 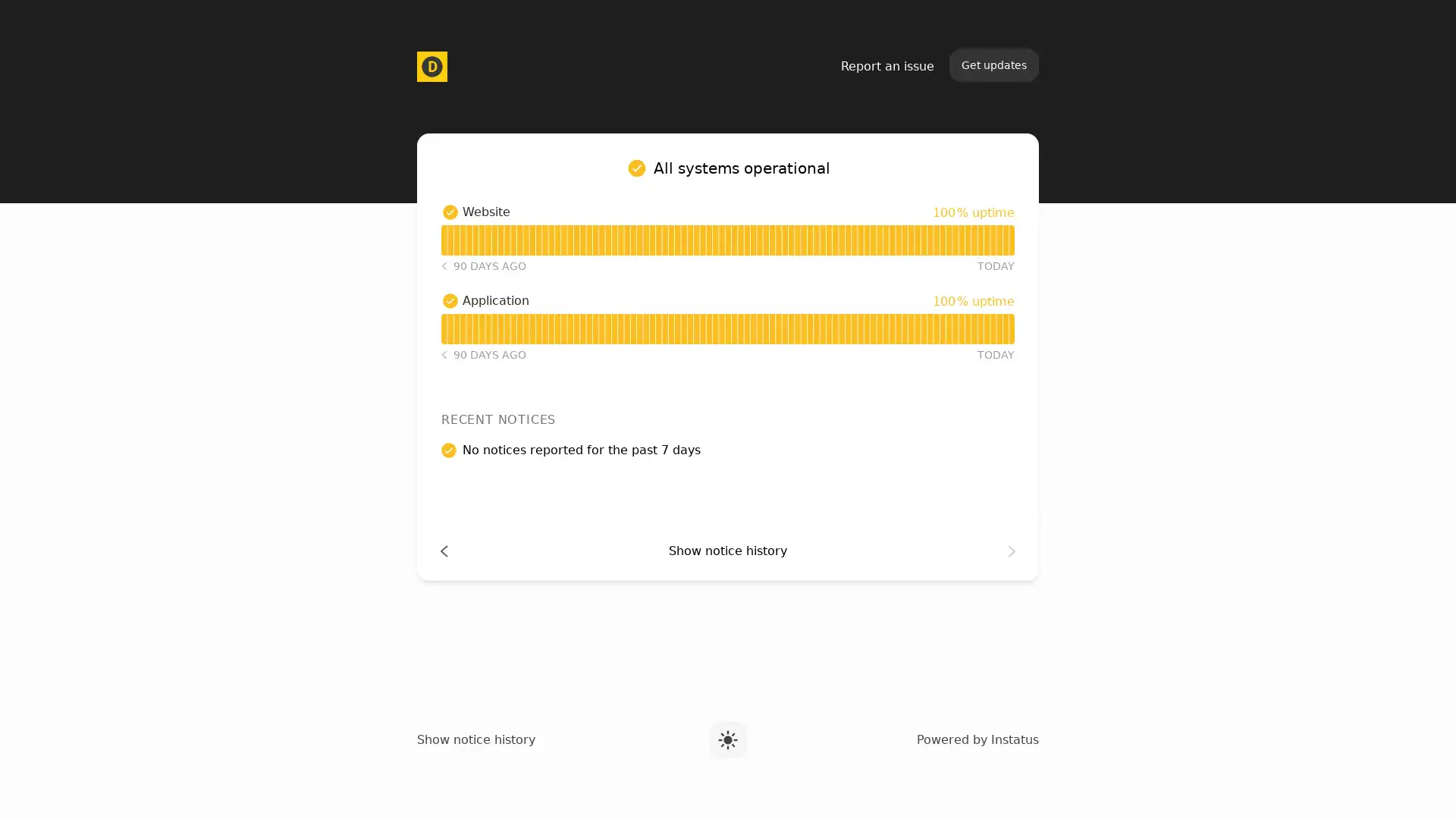 I want to click on Get updates, so click(x=993, y=64).